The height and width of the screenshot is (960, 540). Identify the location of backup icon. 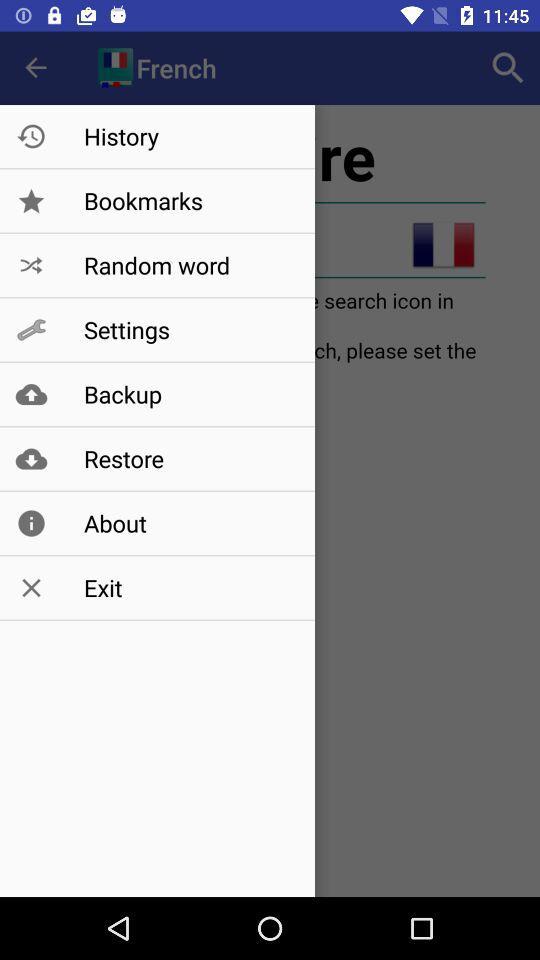
(189, 393).